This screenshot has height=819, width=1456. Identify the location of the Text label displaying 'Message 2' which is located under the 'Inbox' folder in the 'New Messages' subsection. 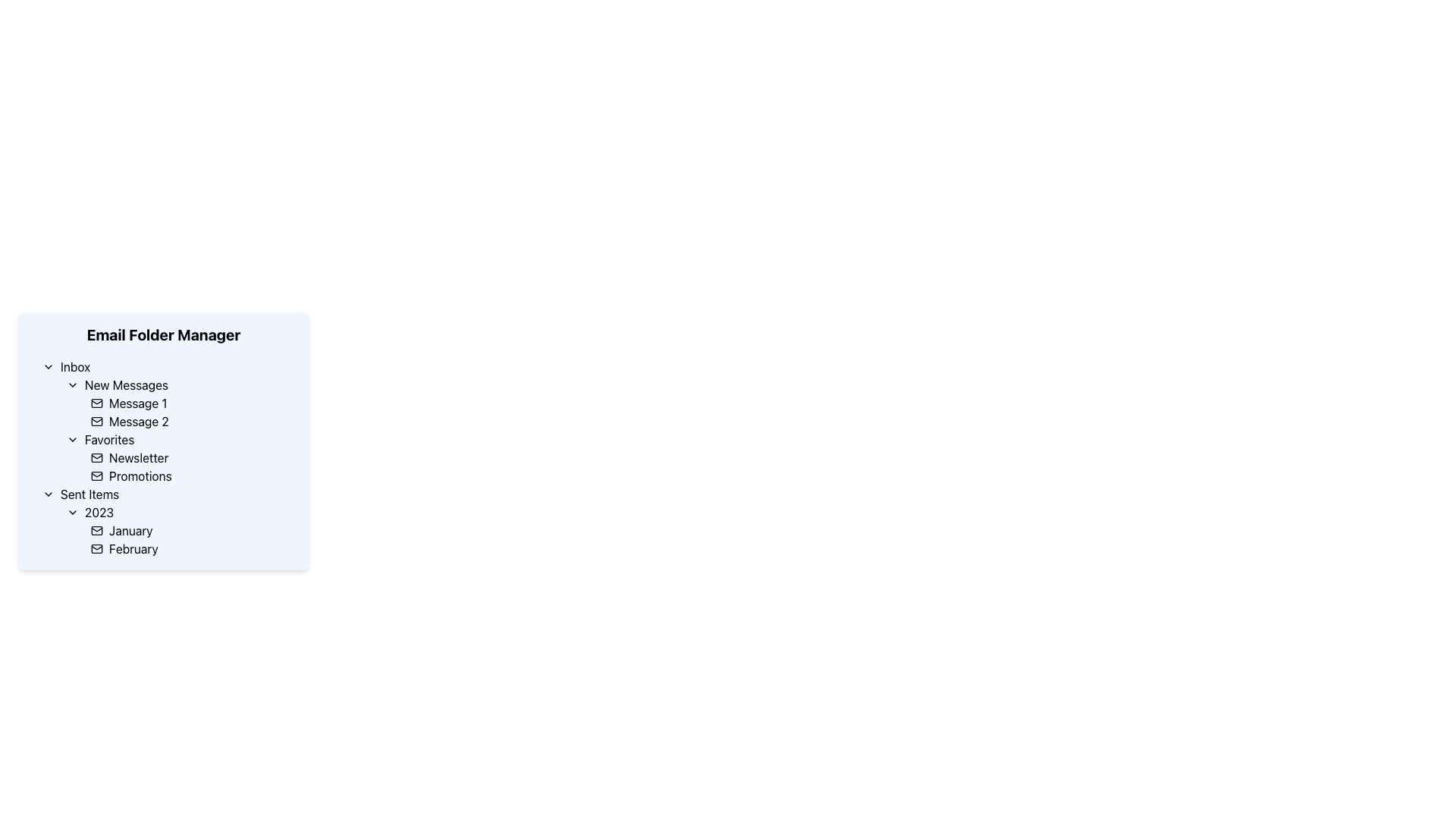
(139, 421).